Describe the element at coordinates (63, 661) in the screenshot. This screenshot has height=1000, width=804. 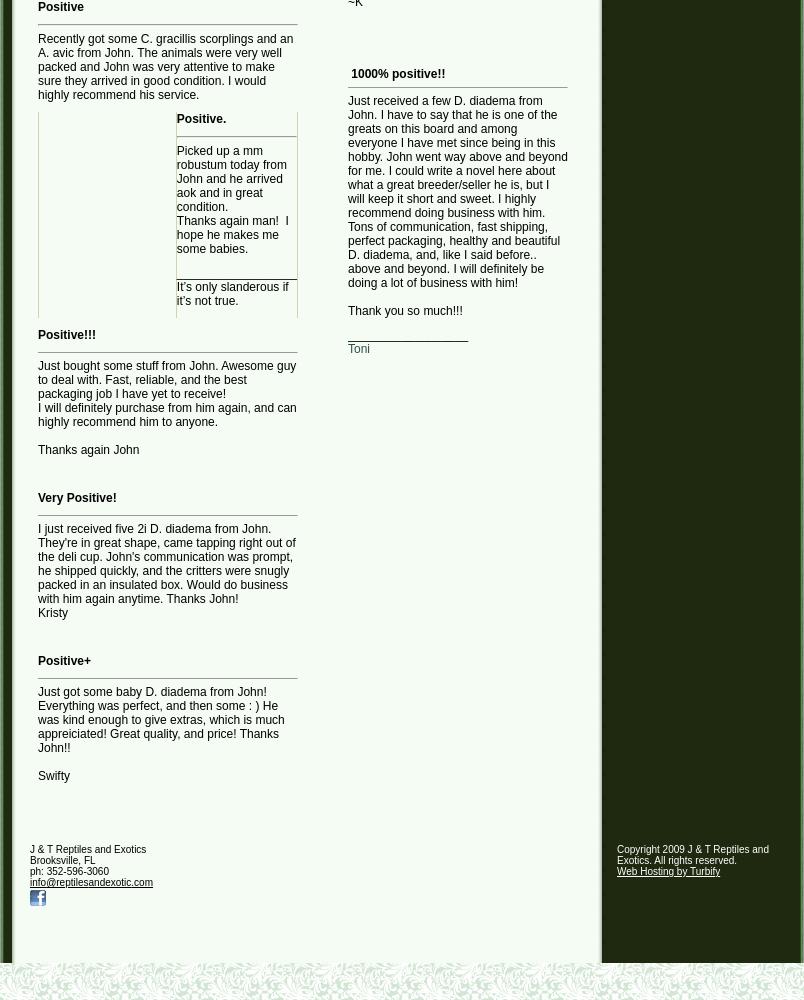
I see `'Positive+'` at that location.